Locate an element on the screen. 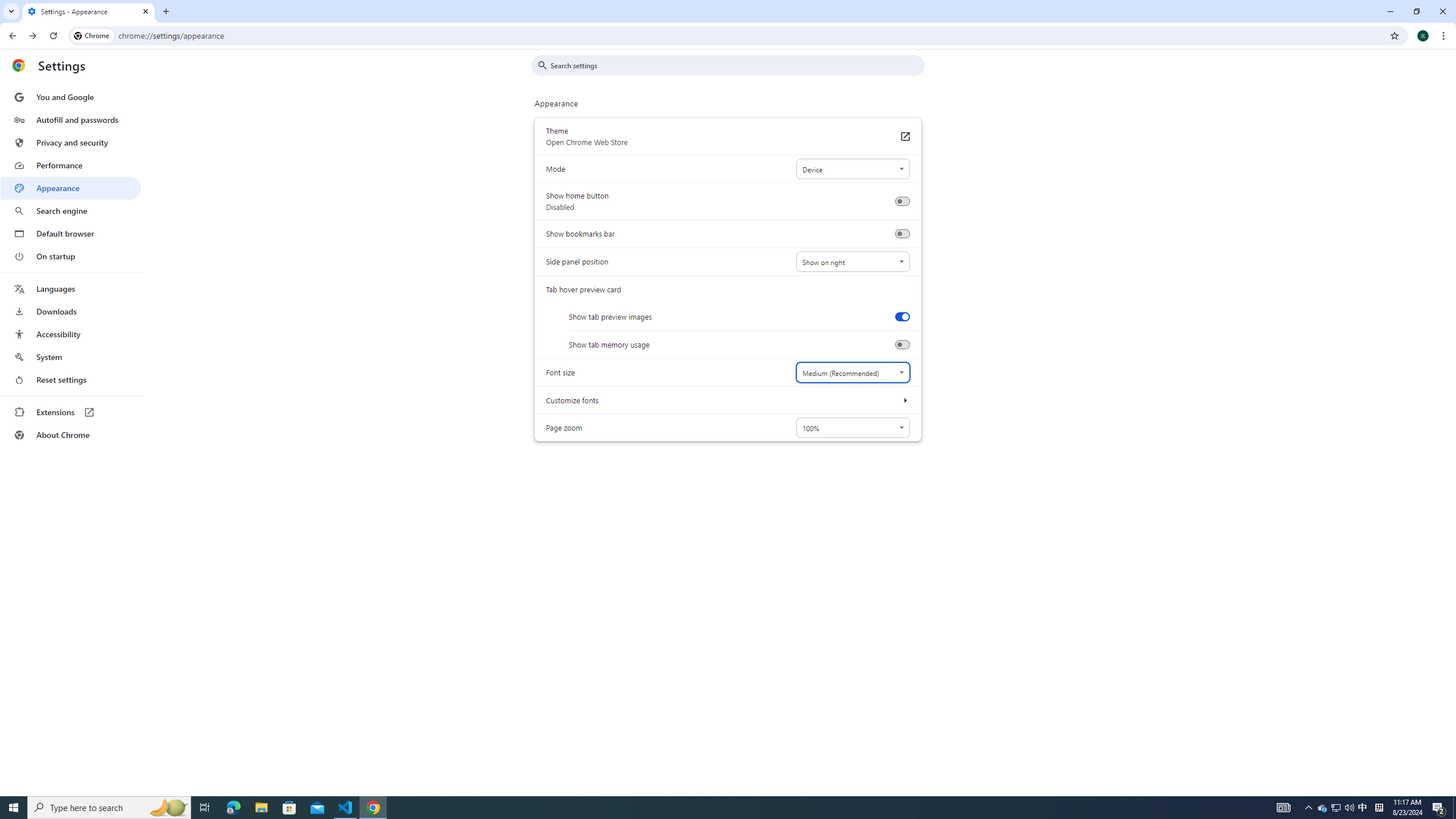 This screenshot has width=1456, height=819. 'Reset settings' is located at coordinates (70, 379).